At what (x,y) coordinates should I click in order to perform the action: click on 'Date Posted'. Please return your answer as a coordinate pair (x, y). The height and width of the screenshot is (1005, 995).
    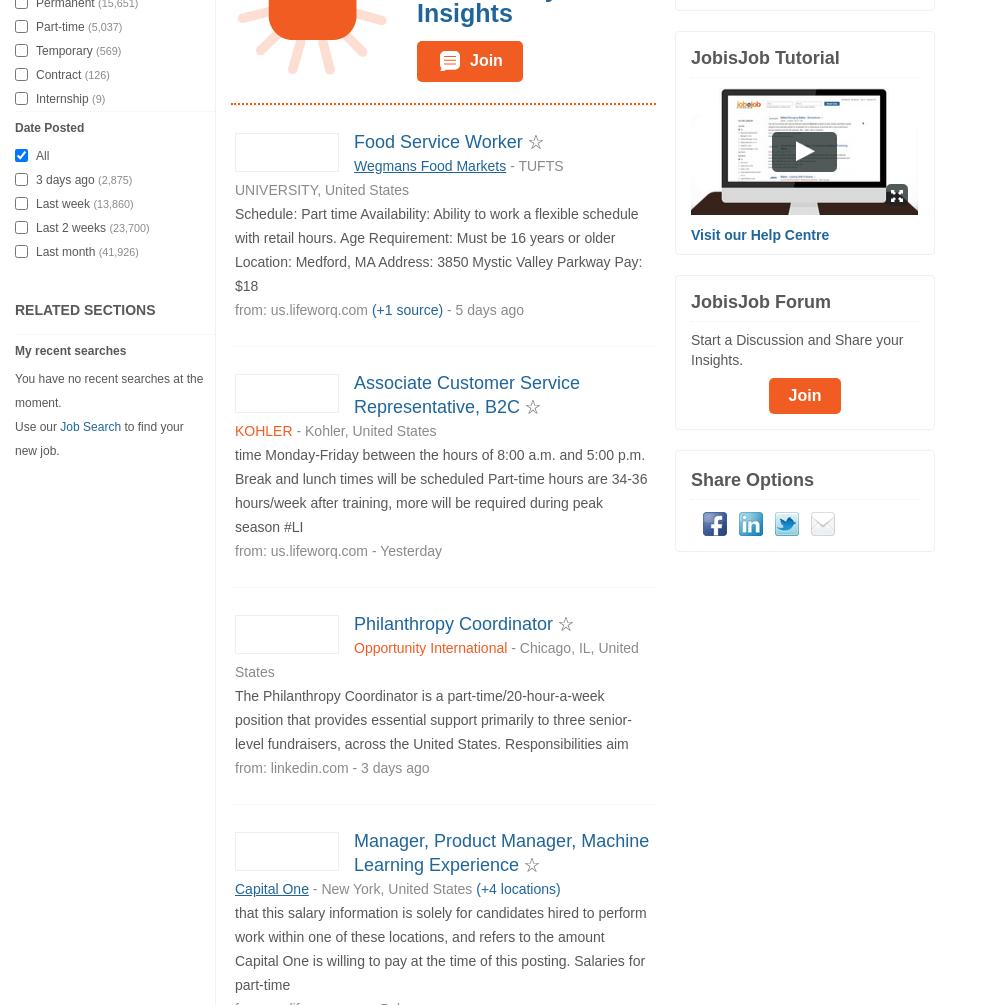
    Looking at the image, I should click on (15, 127).